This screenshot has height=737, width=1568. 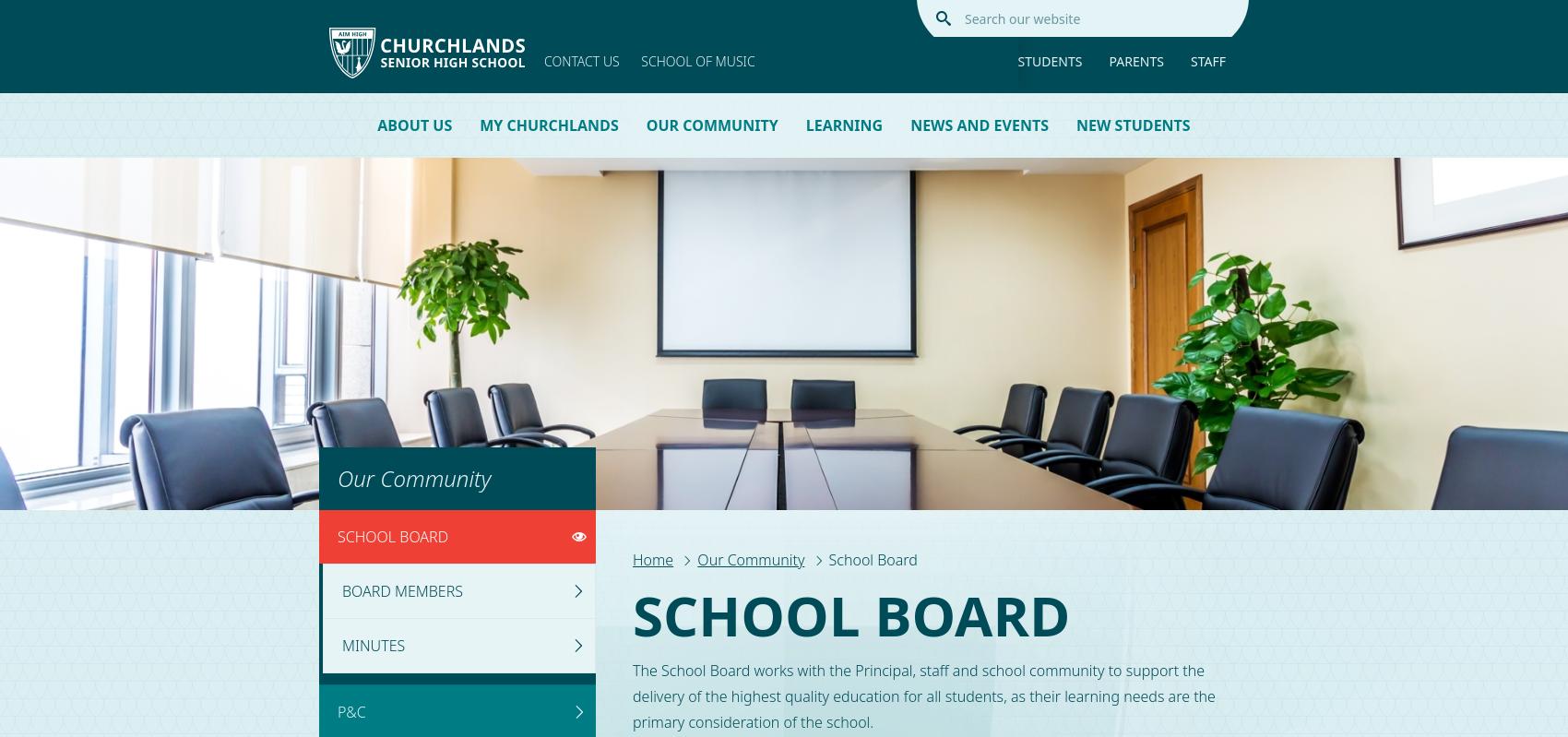 What do you see at coordinates (376, 125) in the screenshot?
I see `'About Us'` at bounding box center [376, 125].